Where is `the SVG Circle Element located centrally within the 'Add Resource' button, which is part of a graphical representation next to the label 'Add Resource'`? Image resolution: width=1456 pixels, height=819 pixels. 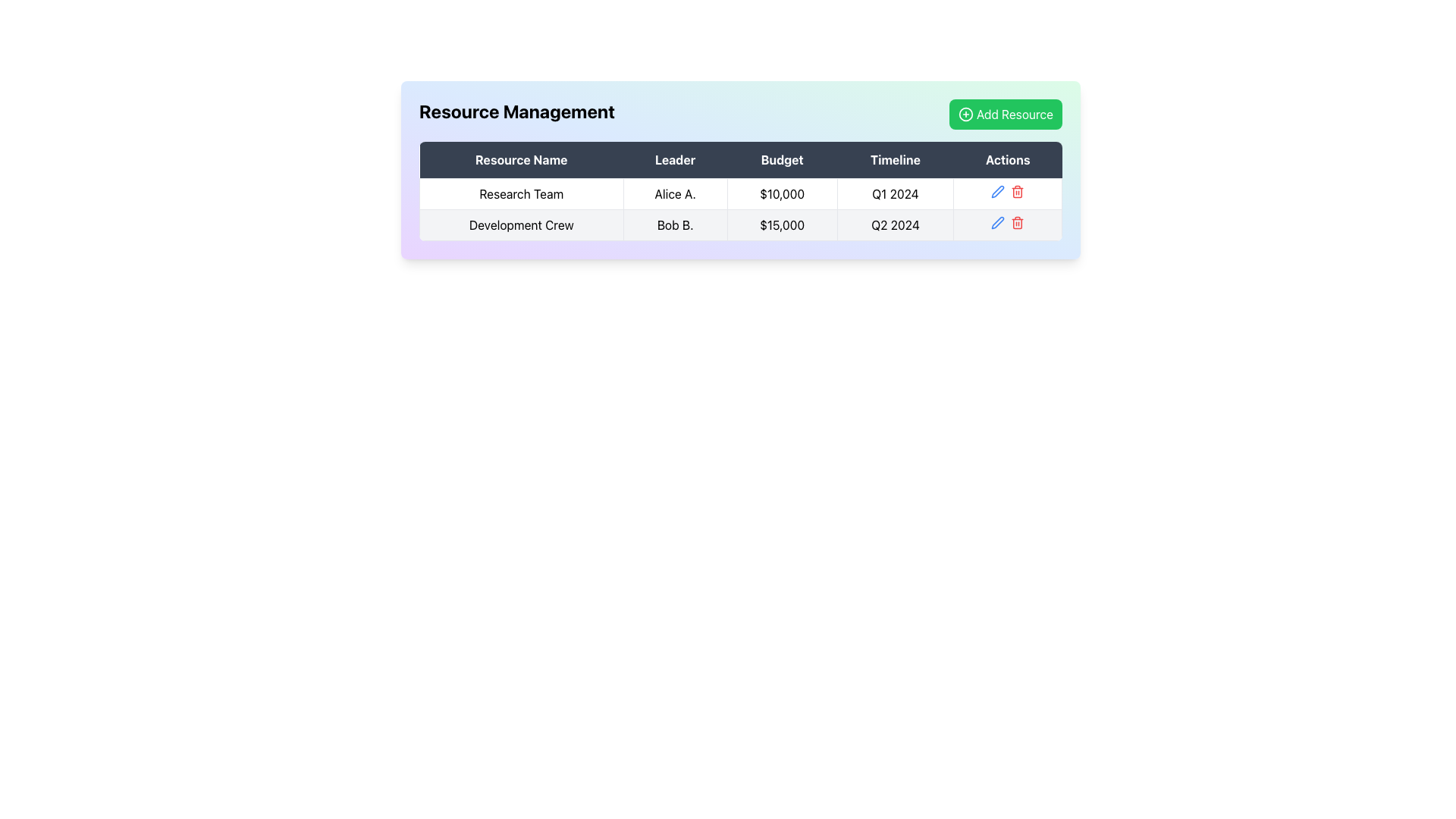
the SVG Circle Element located centrally within the 'Add Resource' button, which is part of a graphical representation next to the label 'Add Resource' is located at coordinates (965, 113).